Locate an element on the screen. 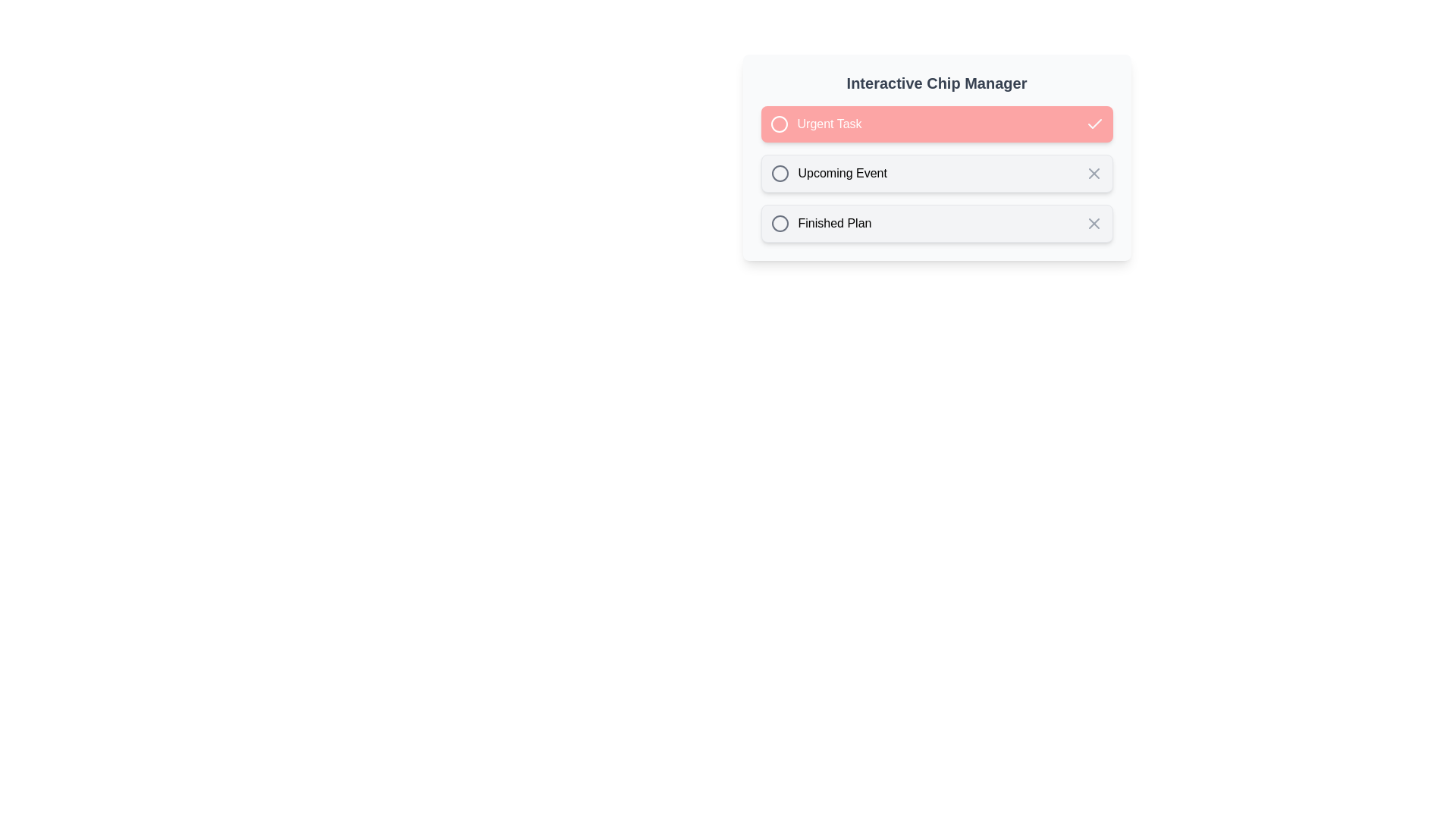 The height and width of the screenshot is (819, 1456). the chip labeled Finished Plan to toggle its selection state is located at coordinates (936, 223).